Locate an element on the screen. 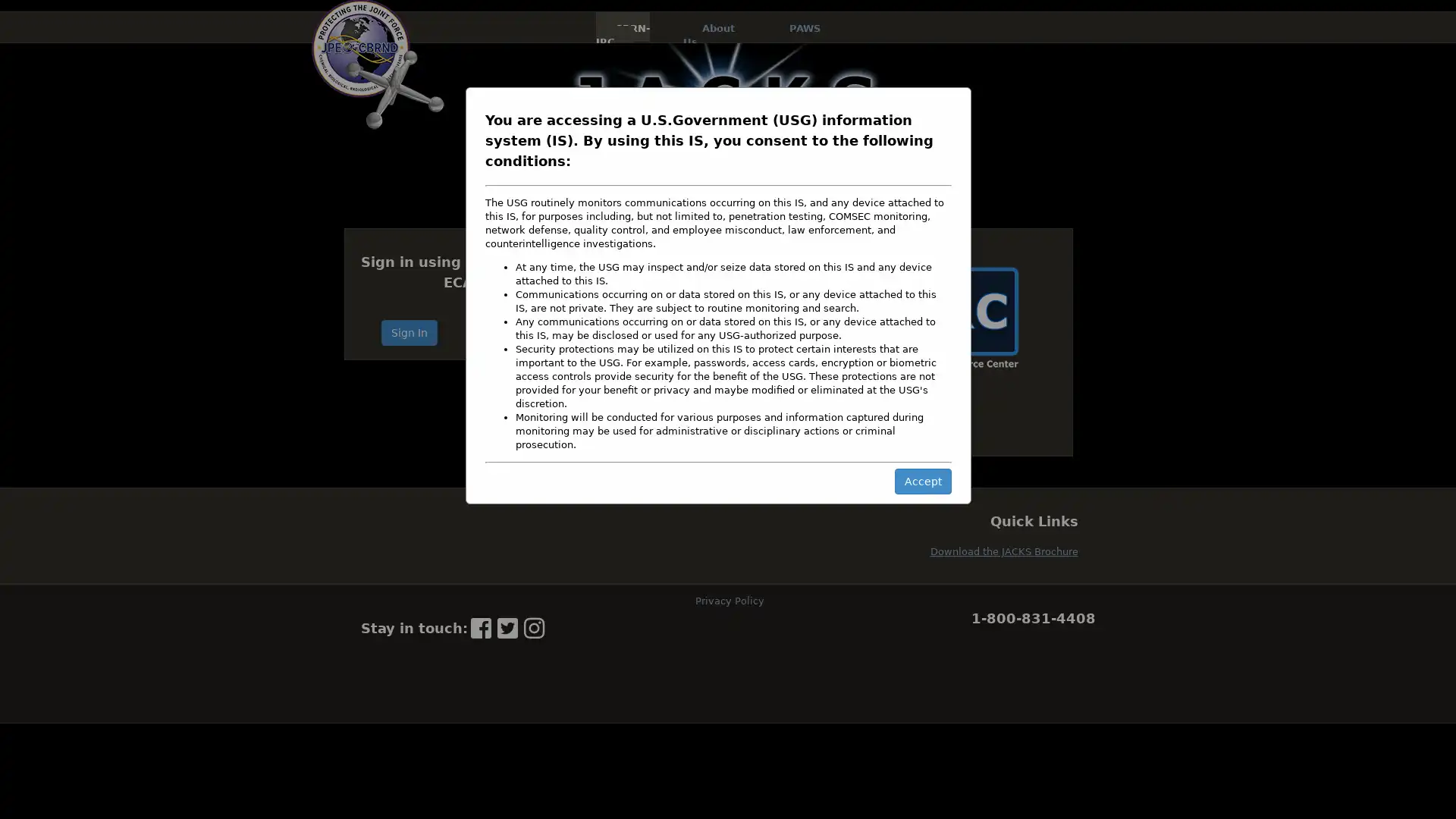 The width and height of the screenshot is (1456, 819). Sign In is located at coordinates (409, 331).